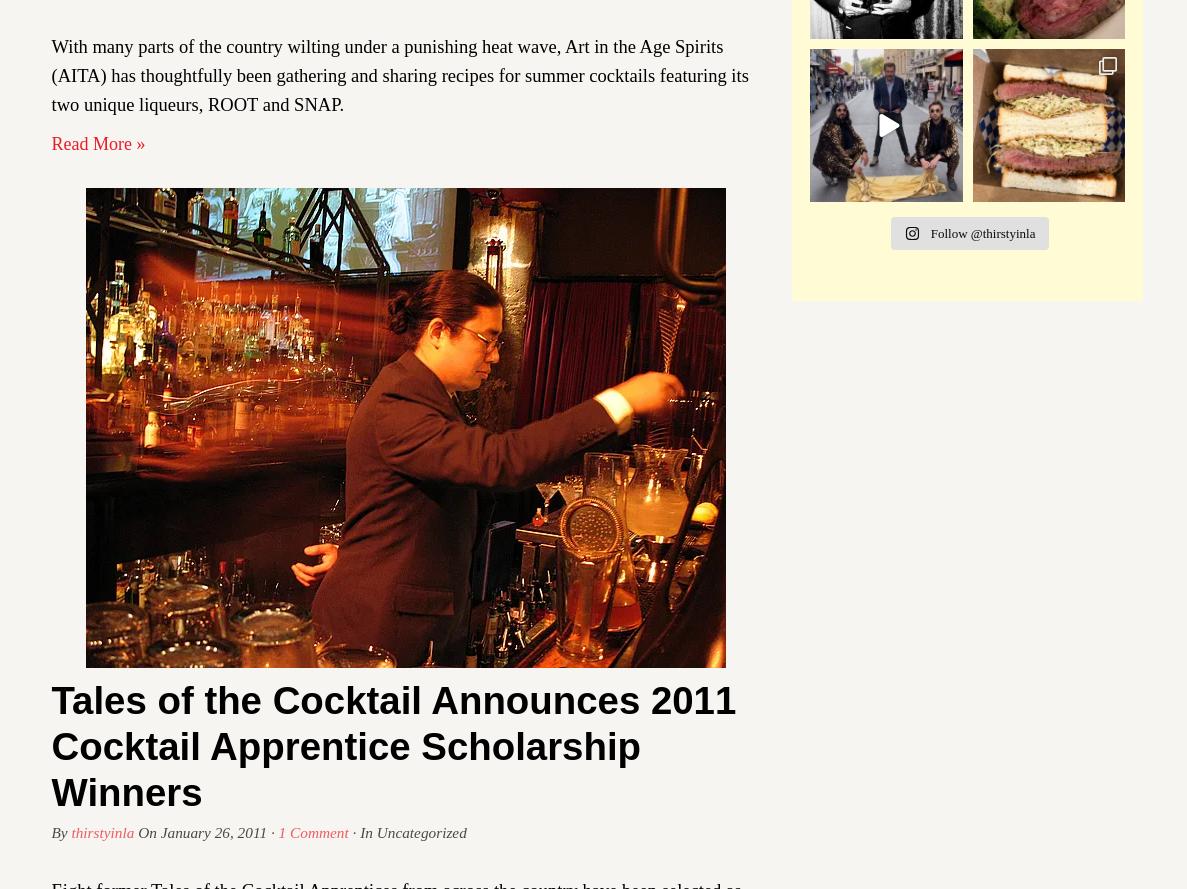 The height and width of the screenshot is (889, 1187). I want to click on 'January 26, 2011', so click(159, 830).